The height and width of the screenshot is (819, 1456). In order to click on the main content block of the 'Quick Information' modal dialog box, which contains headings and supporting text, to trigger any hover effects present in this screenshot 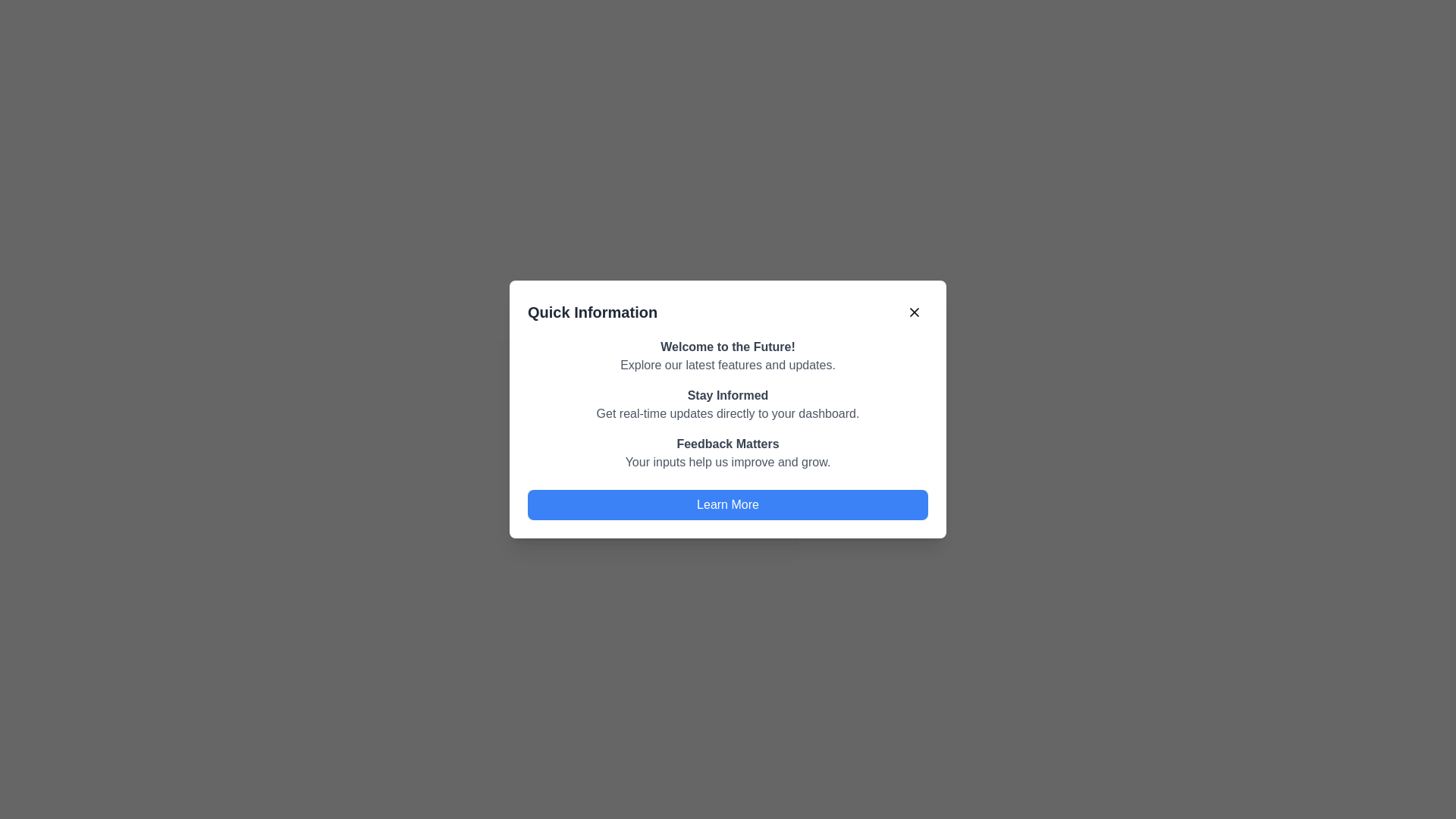, I will do `click(728, 403)`.